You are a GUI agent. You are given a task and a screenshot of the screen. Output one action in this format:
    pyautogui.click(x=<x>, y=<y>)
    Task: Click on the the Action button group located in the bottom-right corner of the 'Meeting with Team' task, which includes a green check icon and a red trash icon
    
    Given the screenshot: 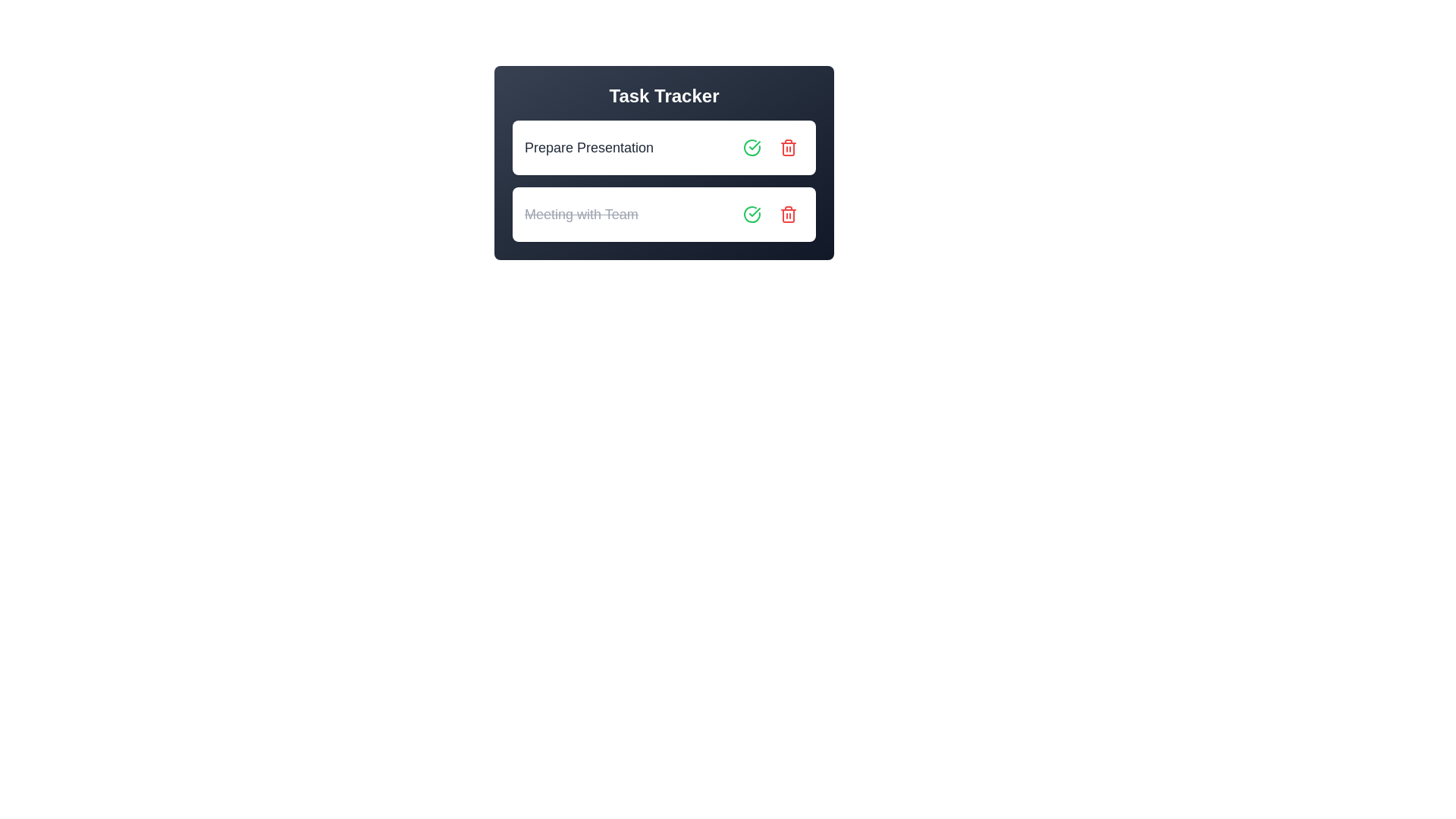 What is the action you would take?
    pyautogui.click(x=770, y=214)
    